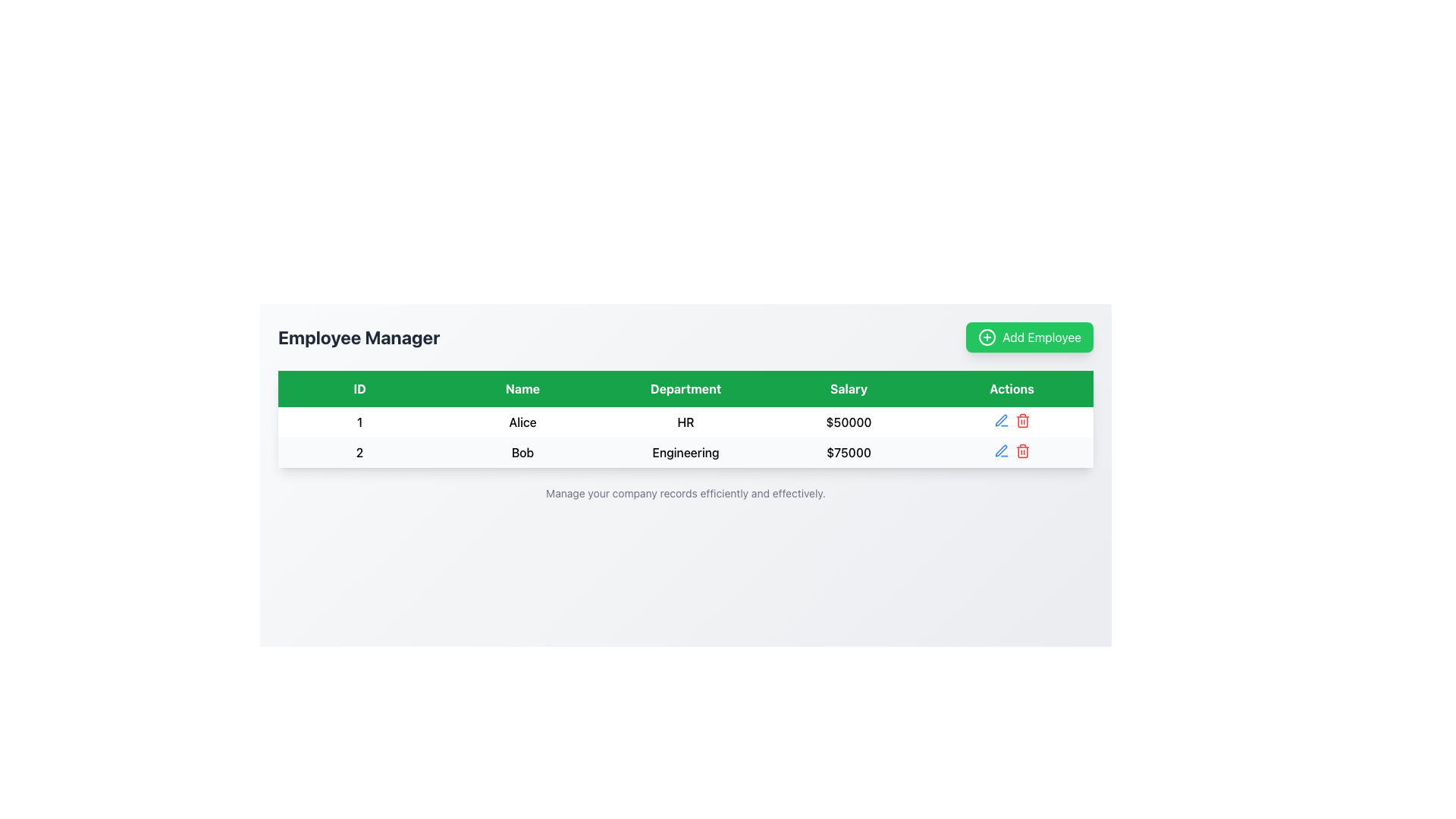  I want to click on text of the Table Header Cell that serves as the header for the 'Name' column in the table, located in the second column of the header row, so click(522, 388).